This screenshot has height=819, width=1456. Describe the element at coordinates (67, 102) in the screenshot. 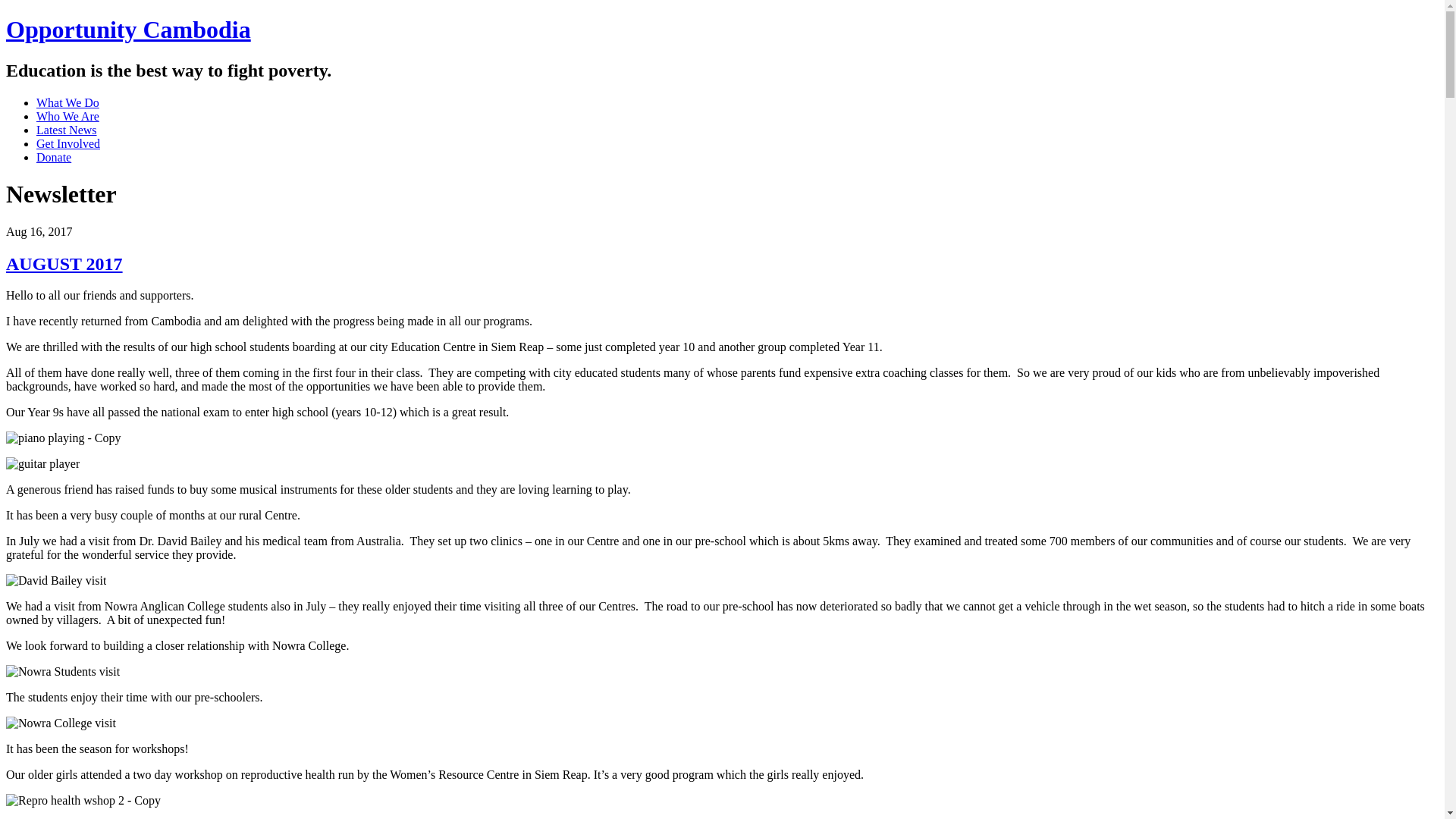

I see `'What We Do'` at that location.